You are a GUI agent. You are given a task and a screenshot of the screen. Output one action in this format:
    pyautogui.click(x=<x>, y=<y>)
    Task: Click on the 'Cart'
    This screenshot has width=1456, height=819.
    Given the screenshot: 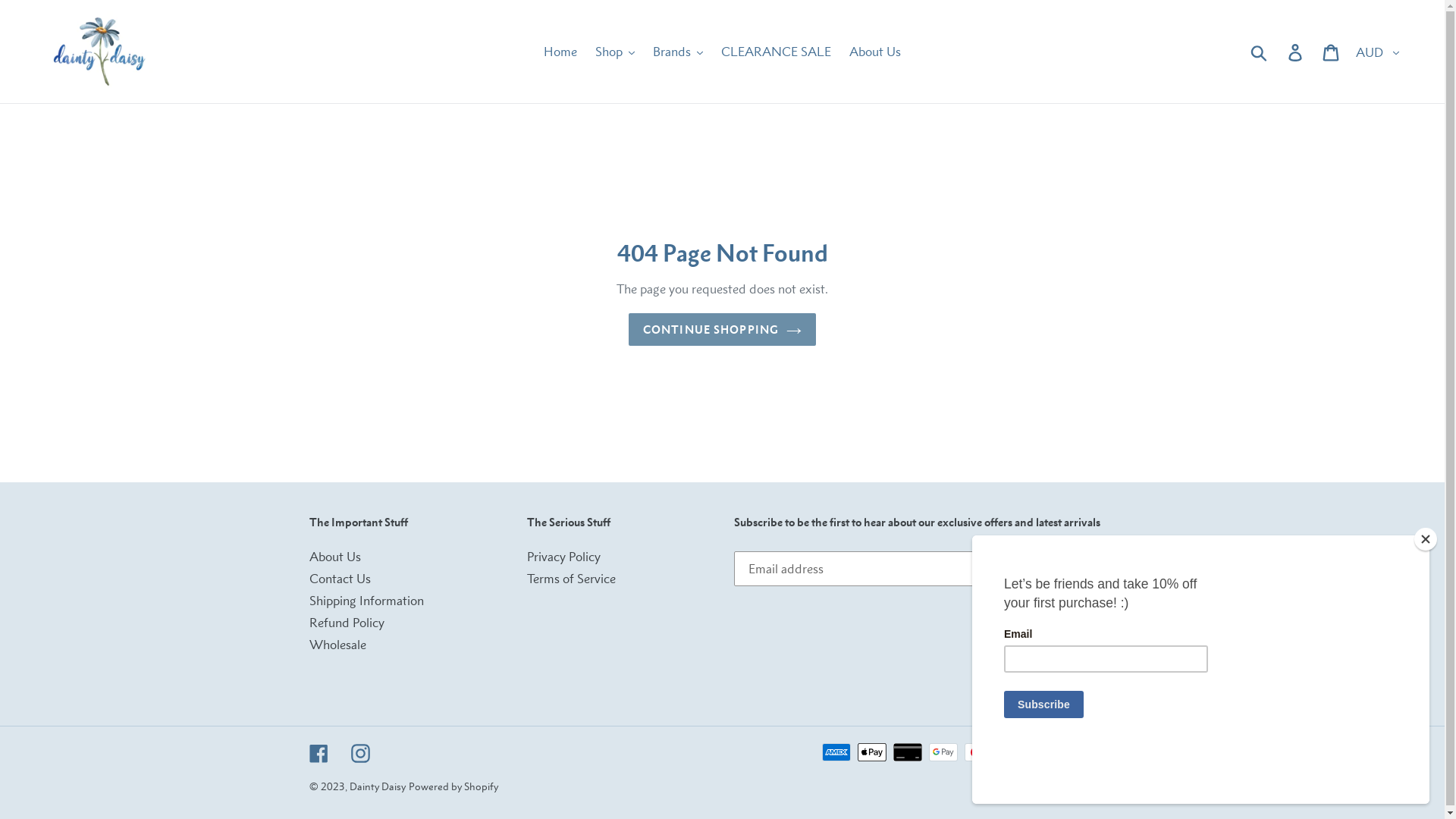 What is the action you would take?
    pyautogui.click(x=1331, y=51)
    